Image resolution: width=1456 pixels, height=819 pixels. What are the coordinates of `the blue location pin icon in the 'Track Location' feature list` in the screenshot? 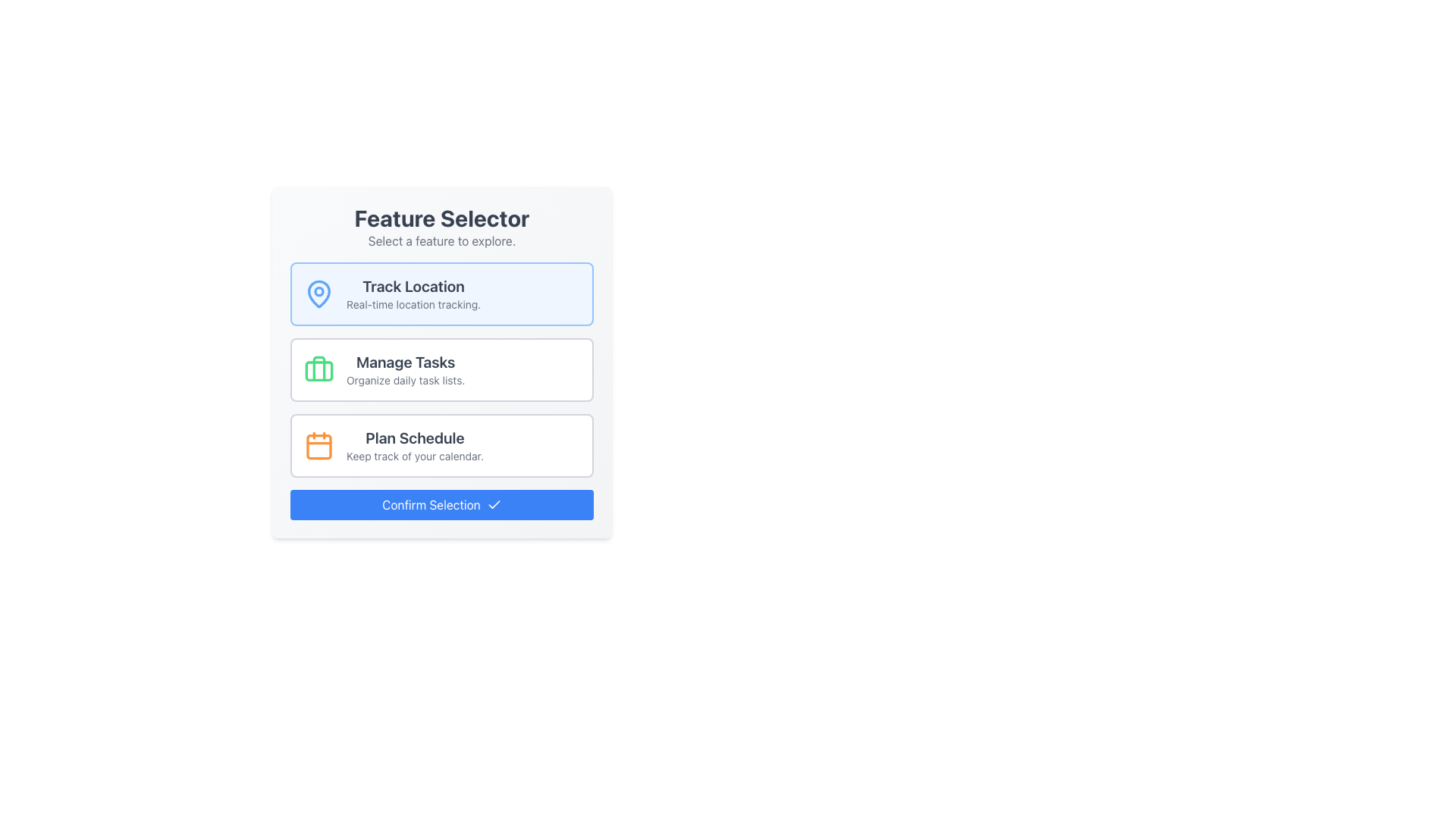 It's located at (318, 293).